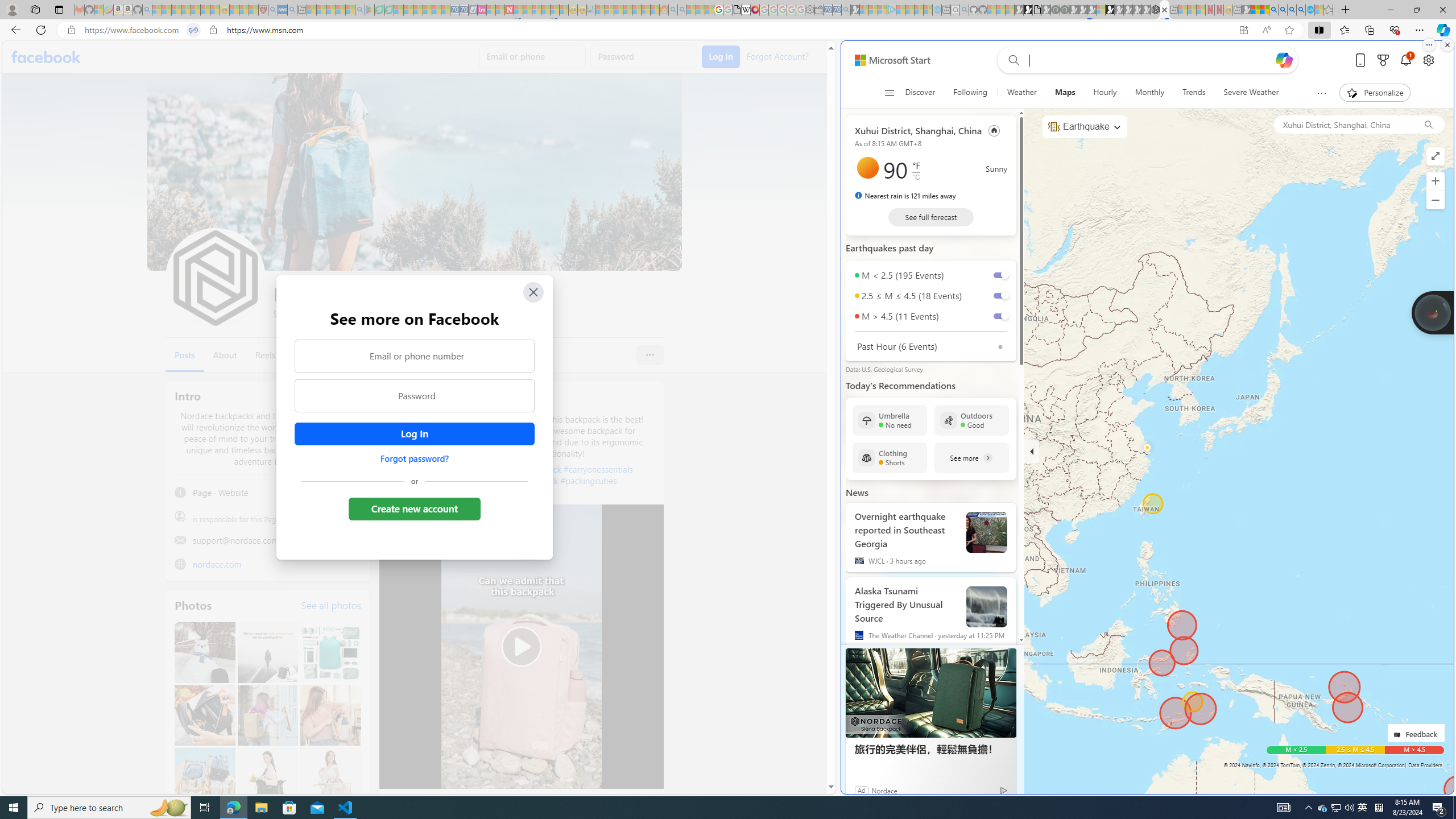 The height and width of the screenshot is (819, 1456). Describe the element at coordinates (1415, 732) in the screenshot. I see `'Feedback'` at that location.